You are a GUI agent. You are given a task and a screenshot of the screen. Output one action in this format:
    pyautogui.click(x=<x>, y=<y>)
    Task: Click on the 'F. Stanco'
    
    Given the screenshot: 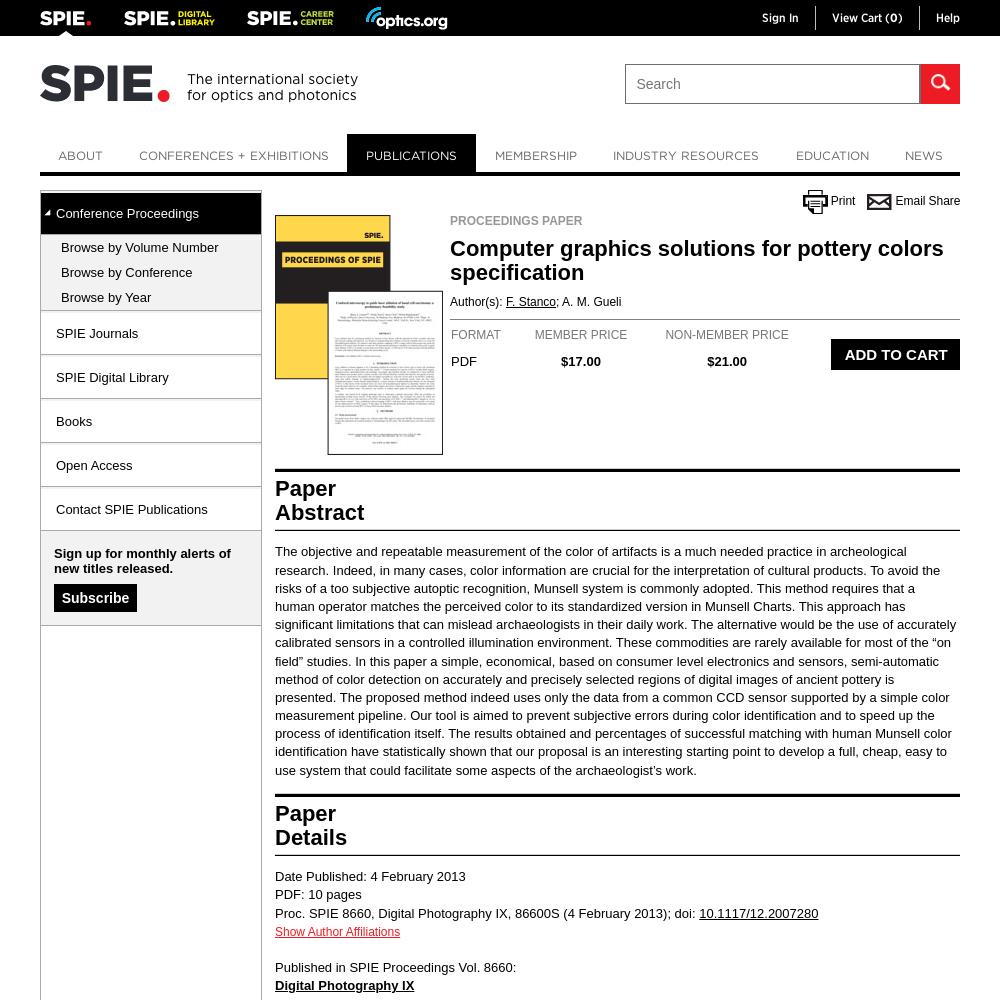 What is the action you would take?
    pyautogui.click(x=531, y=302)
    